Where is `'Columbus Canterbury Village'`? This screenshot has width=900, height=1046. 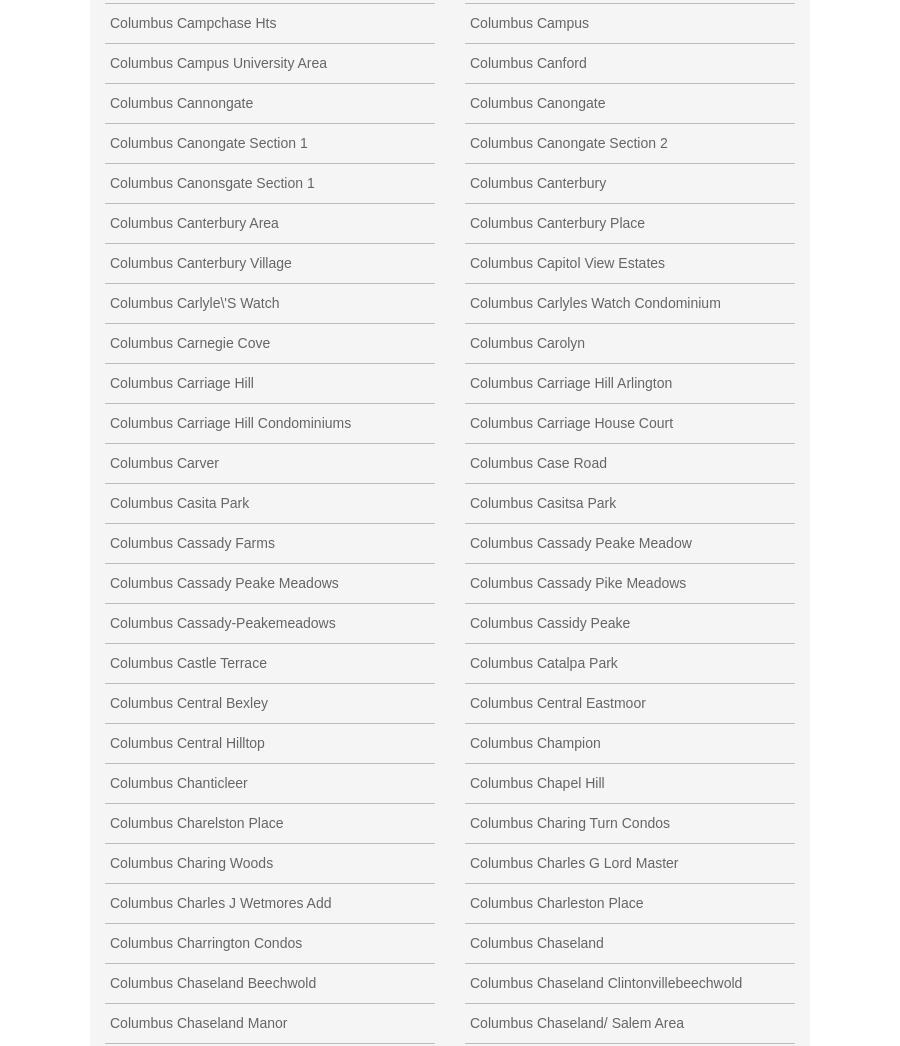 'Columbus Canterbury Village' is located at coordinates (108, 262).